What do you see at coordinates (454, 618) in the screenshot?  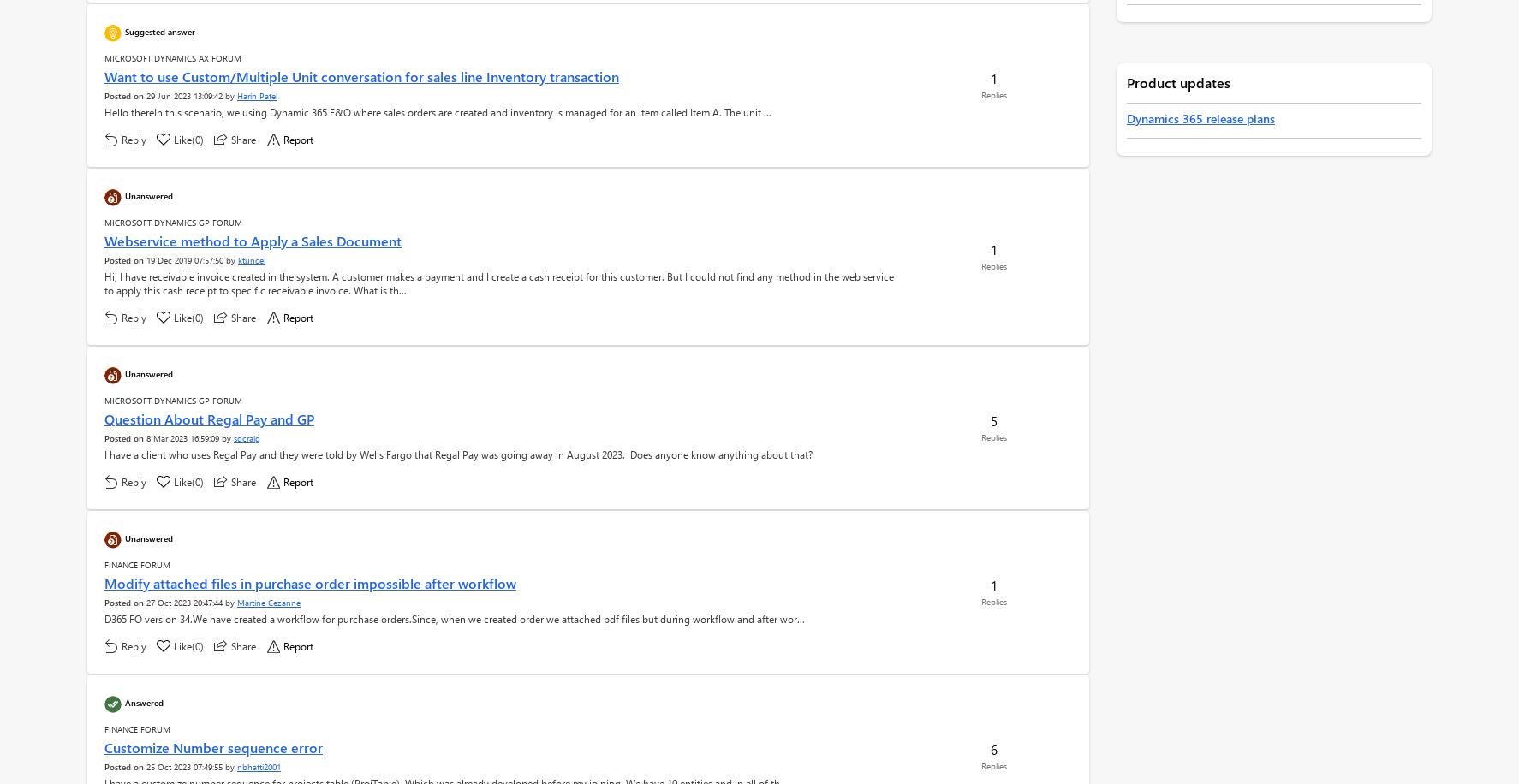 I see `'D365 FO version 34.We have created a workflow for purchase orders.Since, when we created order we attached pdf files but during workflow and after wor...'` at bounding box center [454, 618].